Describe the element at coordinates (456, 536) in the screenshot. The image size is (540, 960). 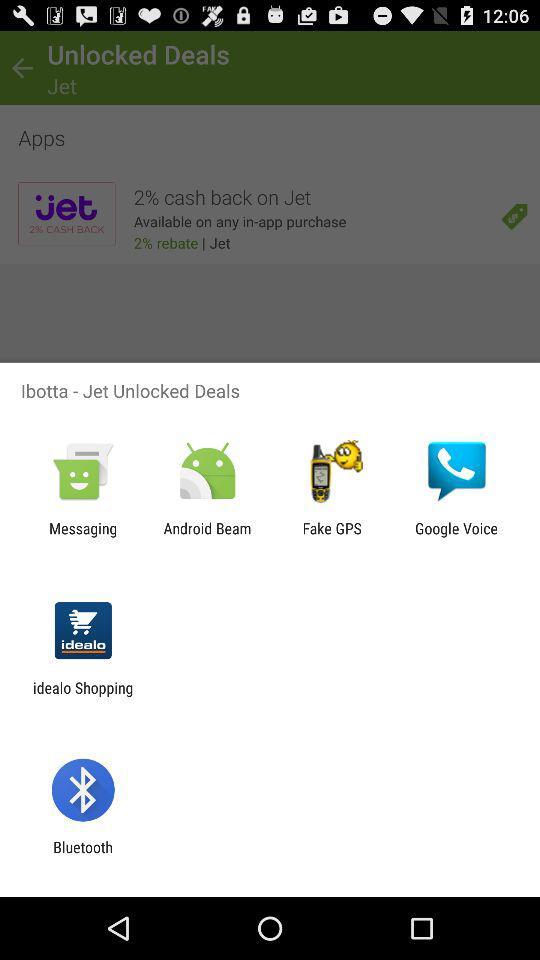
I see `google voice icon` at that location.